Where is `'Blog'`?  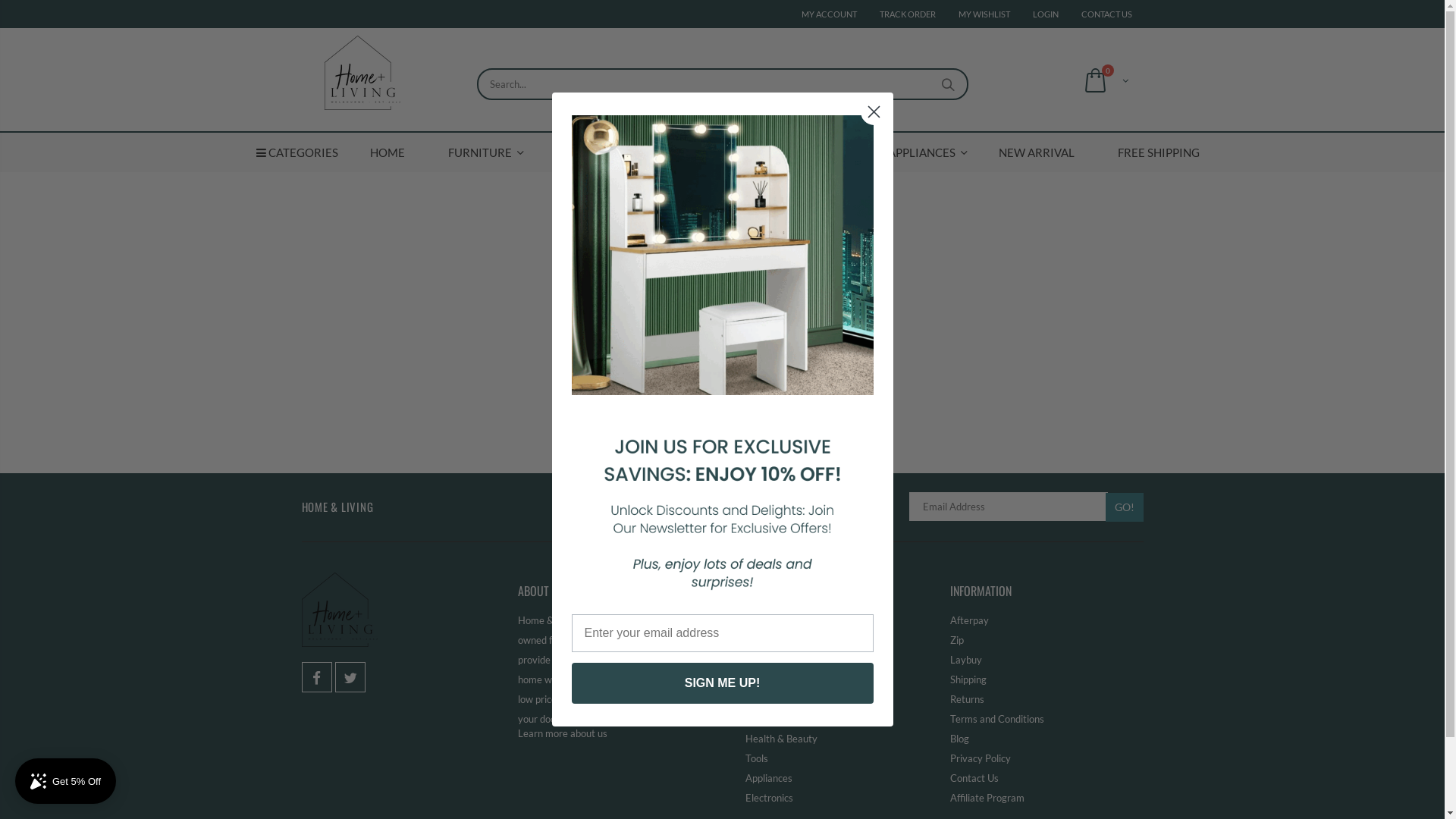
'Blog' is located at coordinates (958, 738).